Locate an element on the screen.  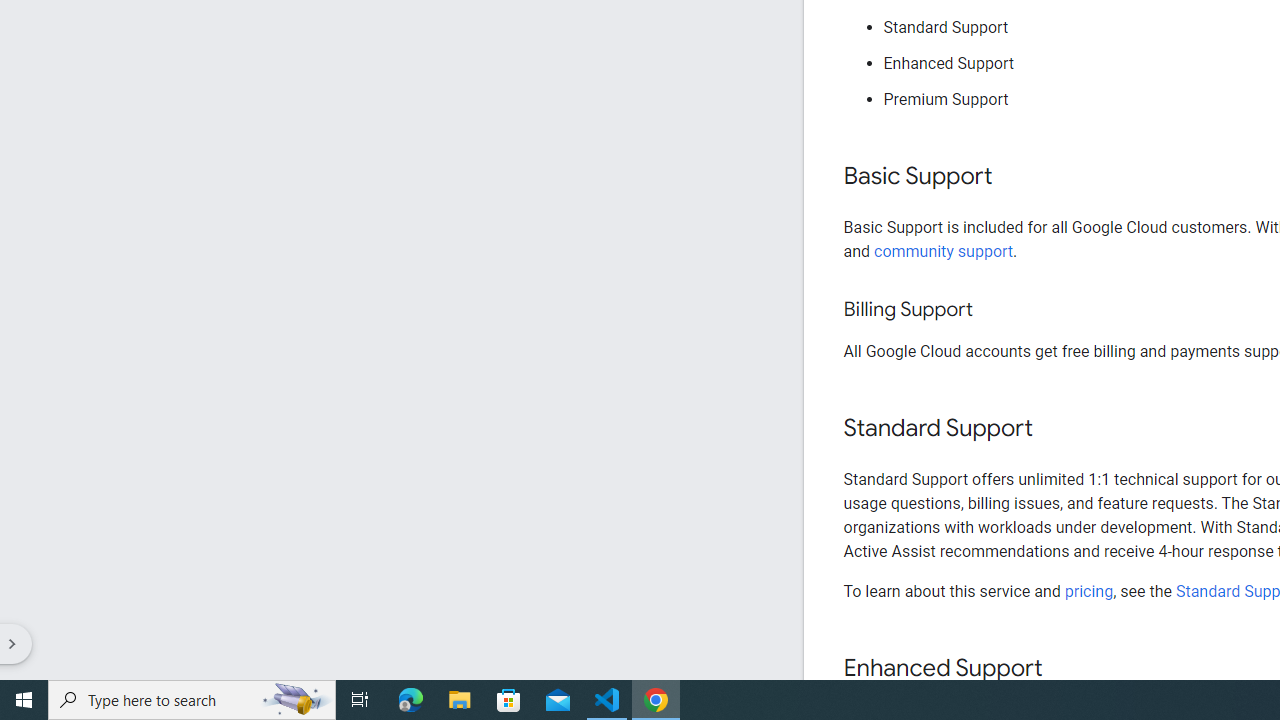
'Copy link to this section: Billing Support' is located at coordinates (992, 310).